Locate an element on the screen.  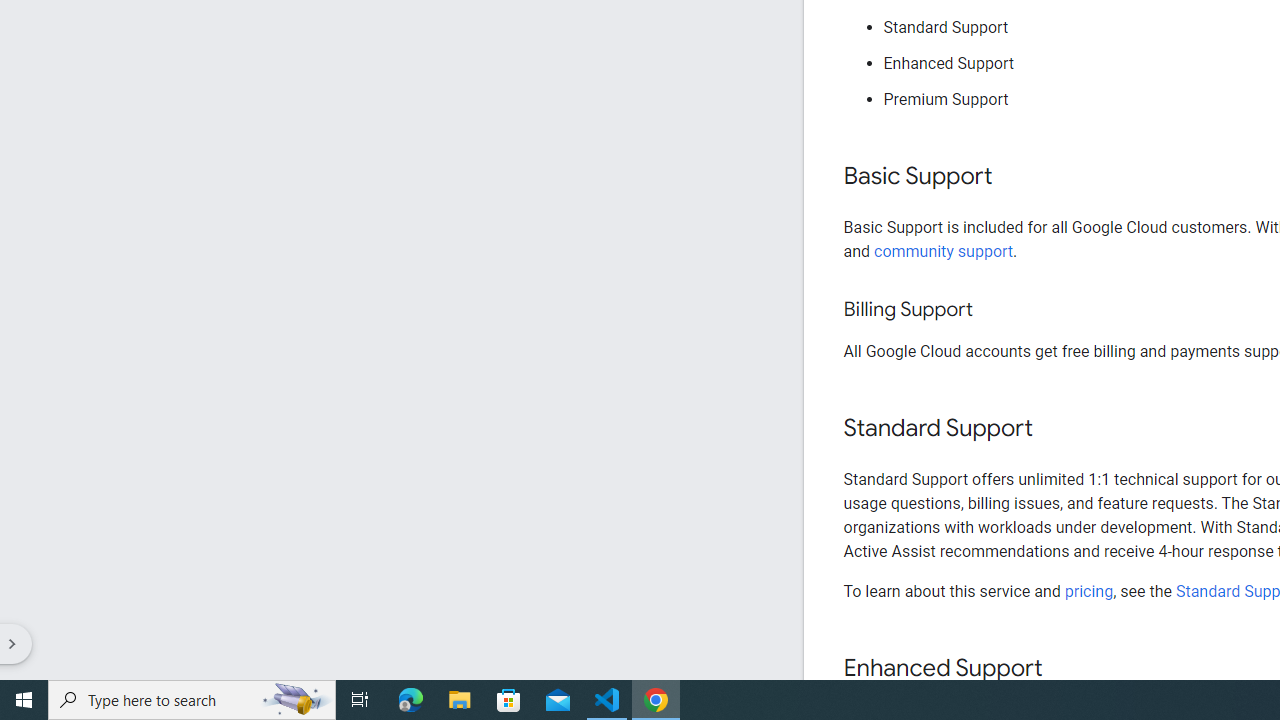
'Copy link to this section: Billing Support' is located at coordinates (992, 310).